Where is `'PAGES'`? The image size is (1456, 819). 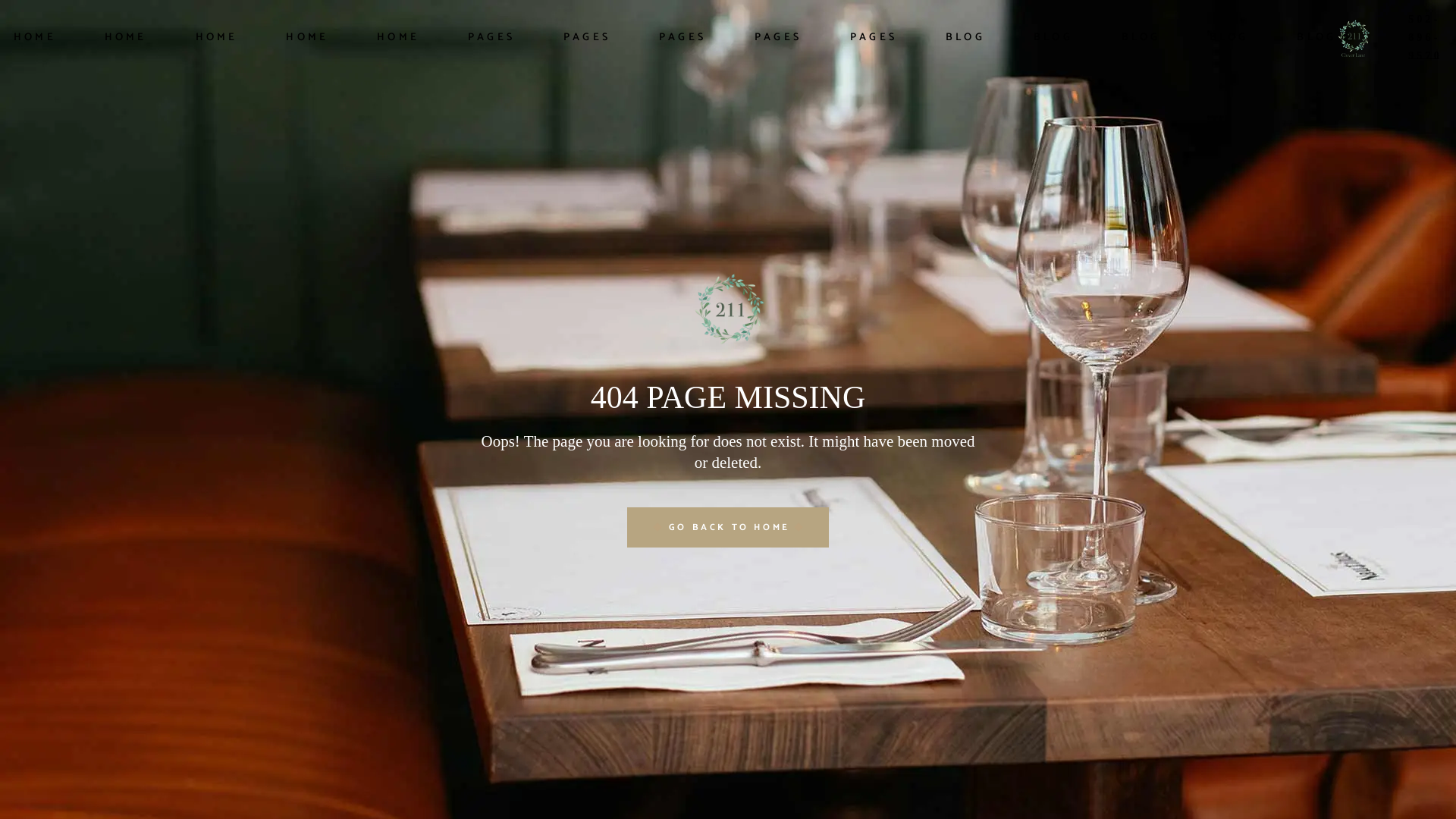 'PAGES' is located at coordinates (850, 37).